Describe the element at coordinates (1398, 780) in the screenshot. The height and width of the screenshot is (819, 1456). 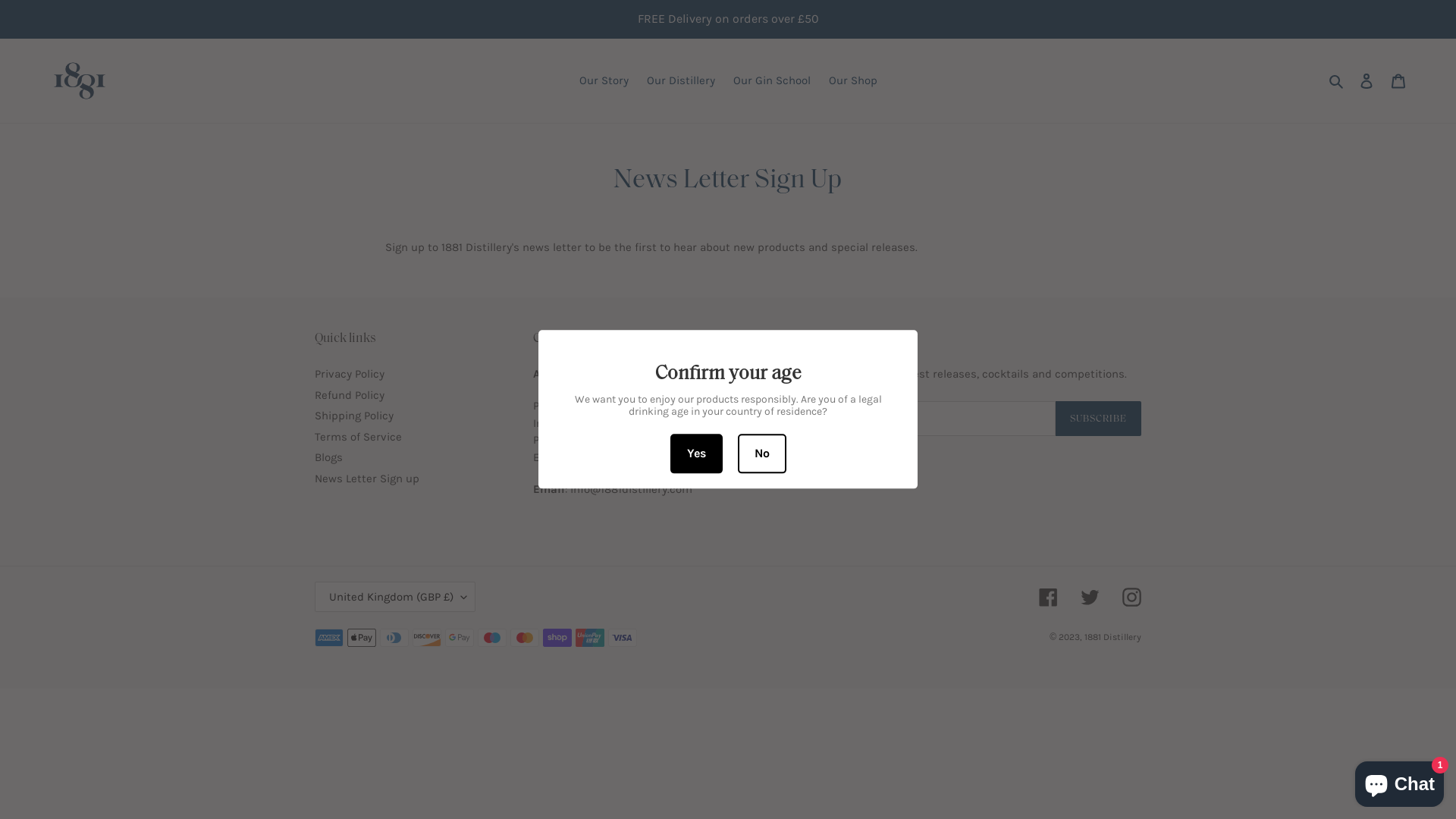
I see `'Shopify online store chat'` at that location.